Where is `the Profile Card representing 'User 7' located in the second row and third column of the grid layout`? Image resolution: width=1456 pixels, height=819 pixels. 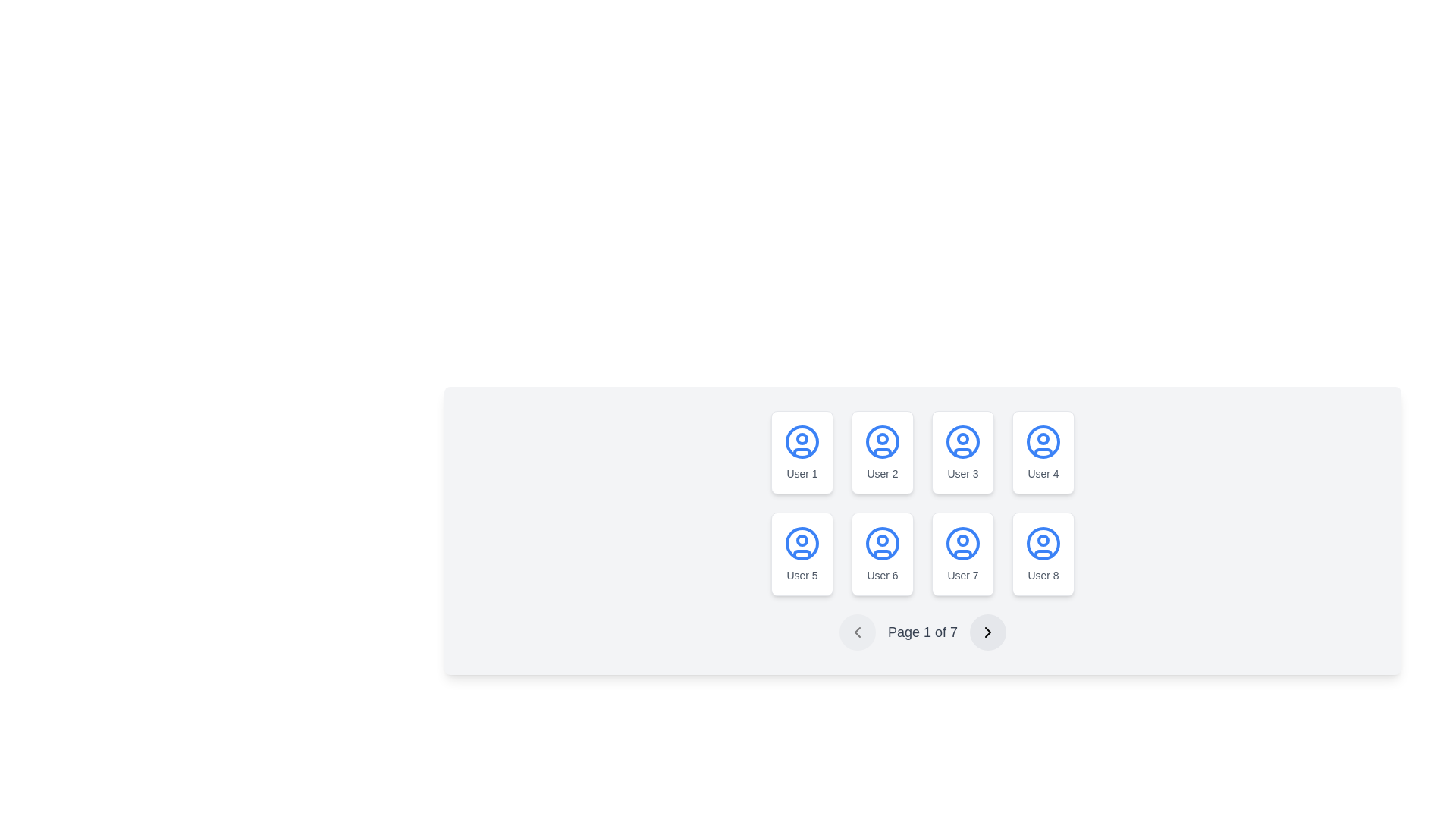 the Profile Card representing 'User 7' located in the second row and third column of the grid layout is located at coordinates (962, 554).